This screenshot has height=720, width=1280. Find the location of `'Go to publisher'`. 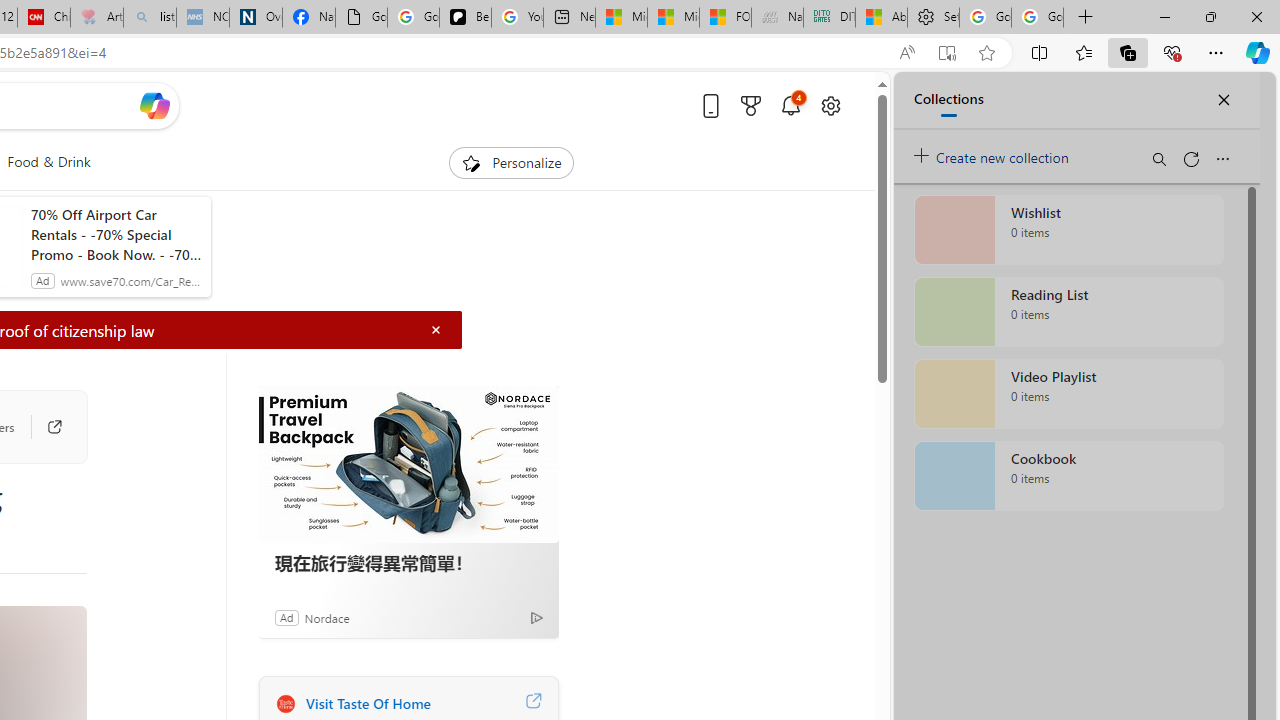

'Go to publisher' is located at coordinates (44, 425).